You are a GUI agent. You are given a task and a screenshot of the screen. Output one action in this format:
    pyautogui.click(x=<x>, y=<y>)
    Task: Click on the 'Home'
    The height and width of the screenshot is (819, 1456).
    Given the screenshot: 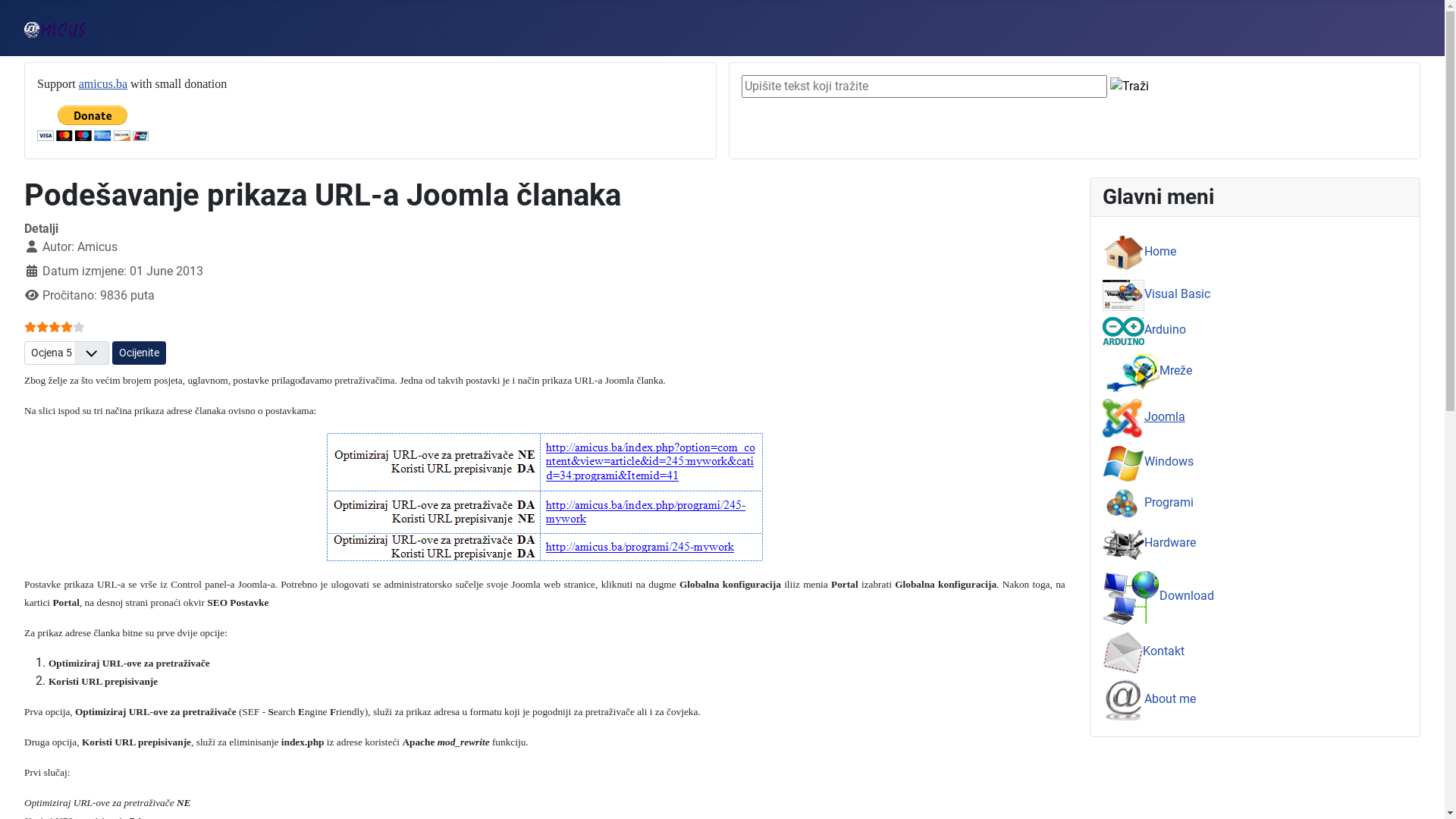 What is the action you would take?
    pyautogui.click(x=1139, y=250)
    